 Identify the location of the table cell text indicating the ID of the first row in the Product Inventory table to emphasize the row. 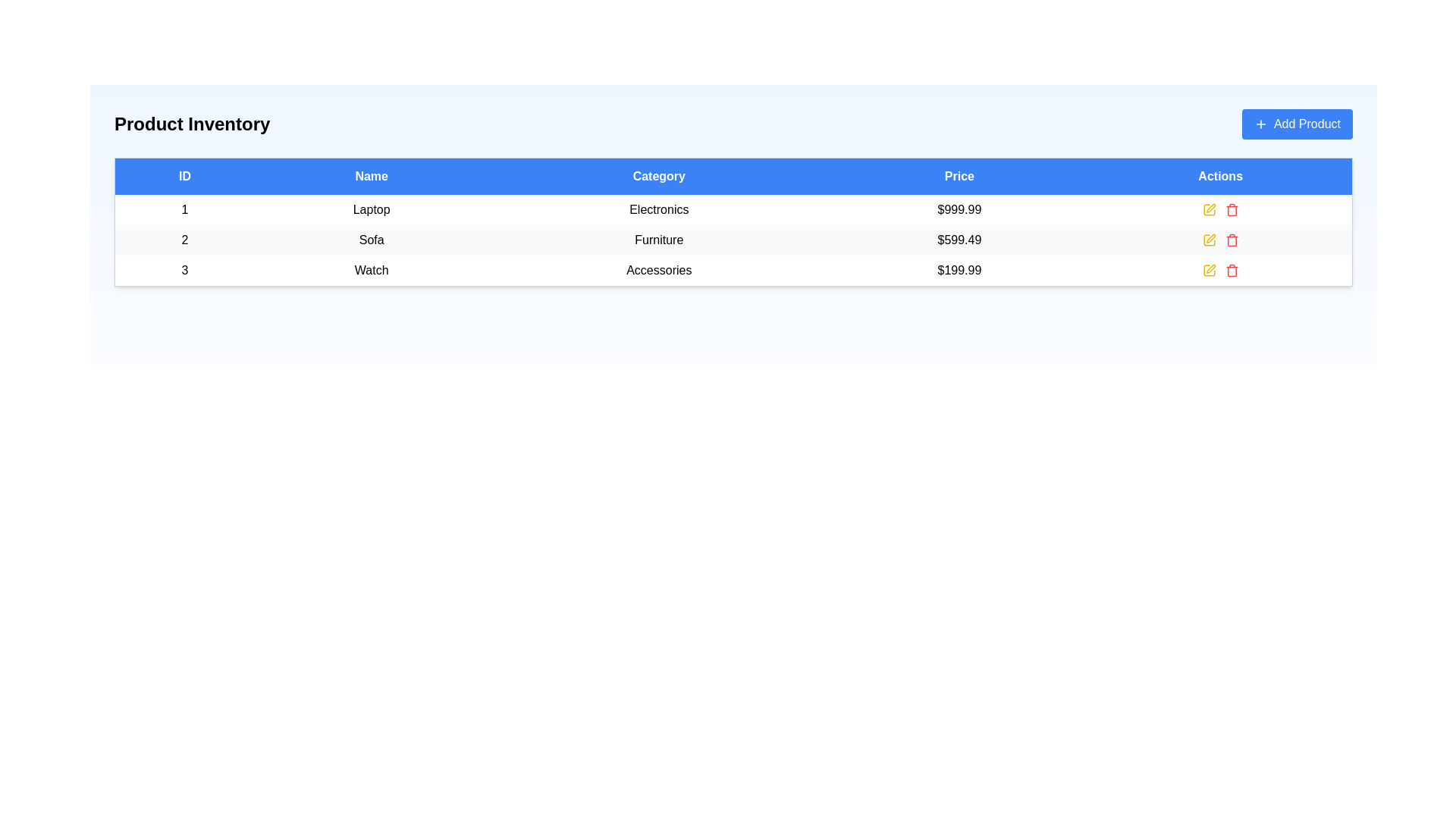
(184, 210).